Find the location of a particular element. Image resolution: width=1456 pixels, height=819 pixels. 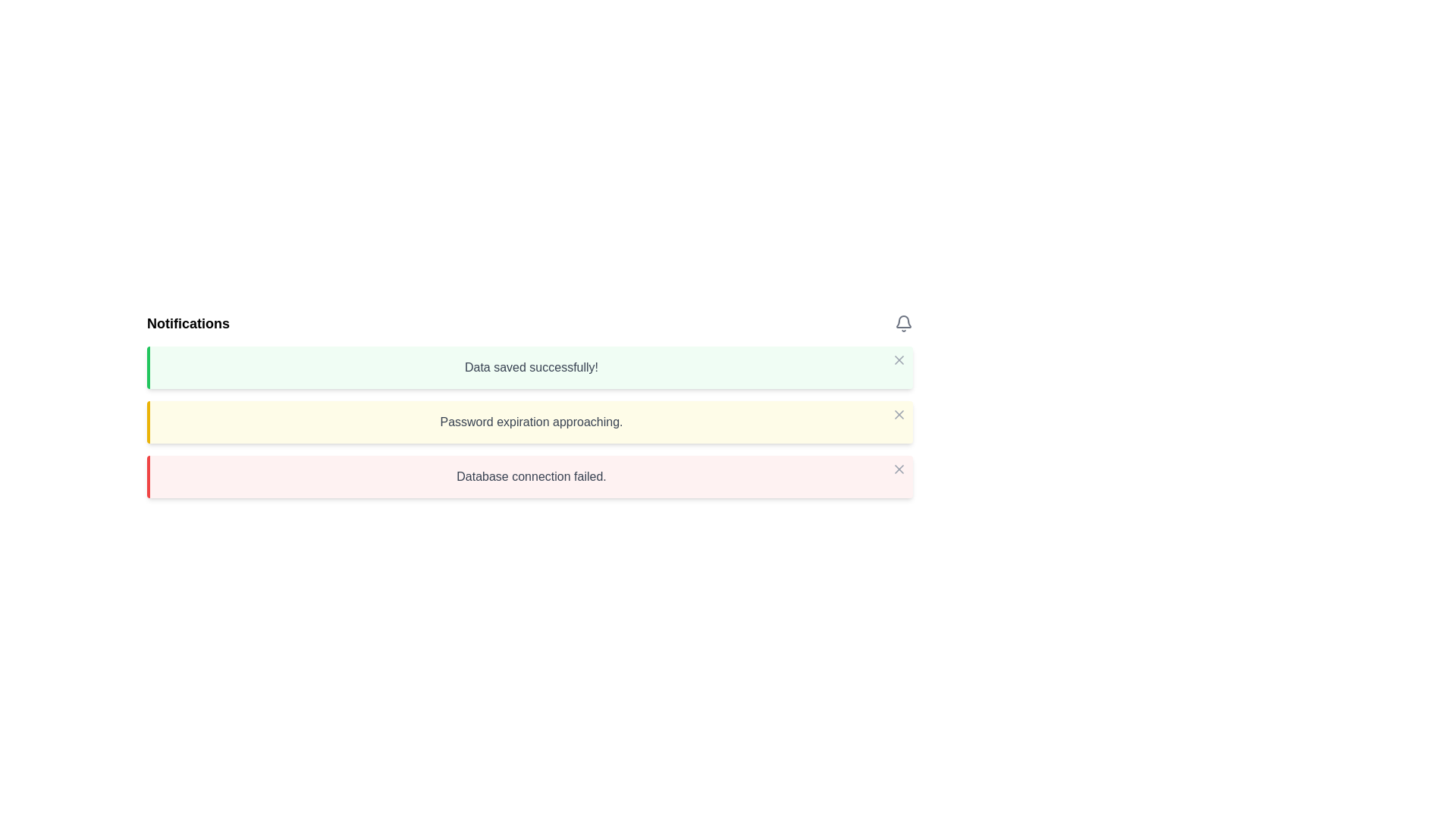

the bell icon to toggle the visibility of the notification panel is located at coordinates (903, 323).